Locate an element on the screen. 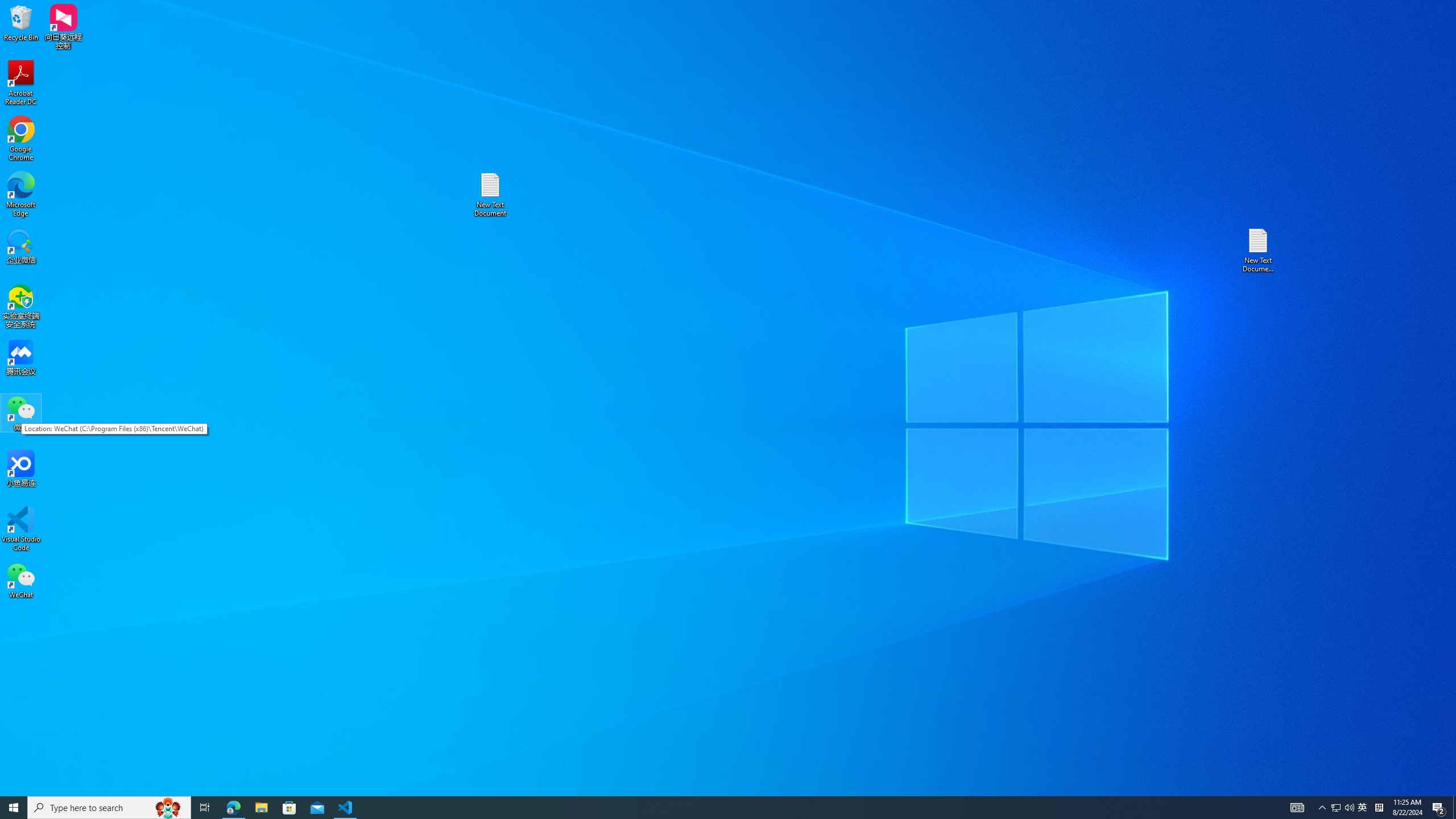  'Microsoft Edge' is located at coordinates (20, 194).